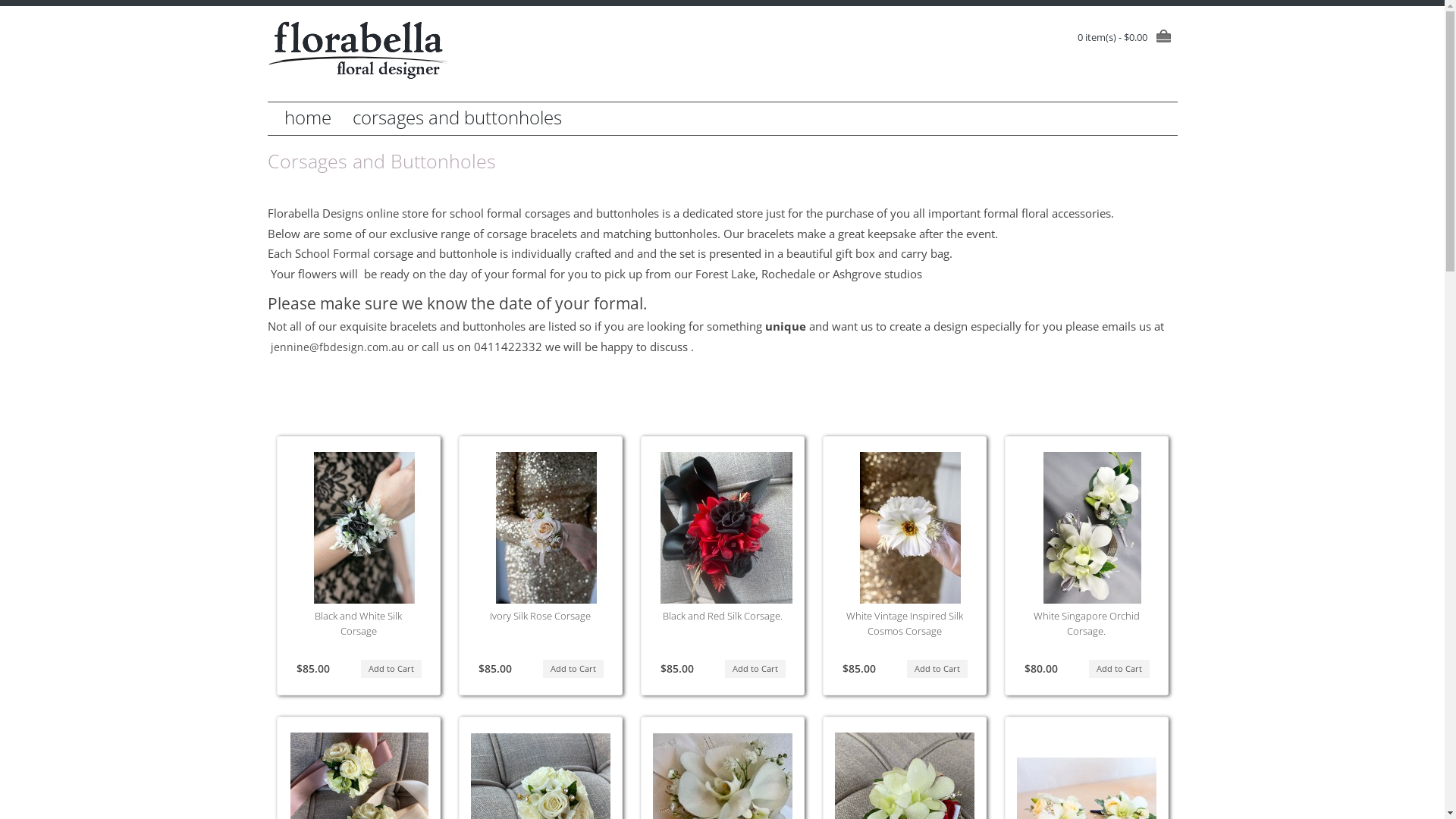  What do you see at coordinates (313, 623) in the screenshot?
I see `'Black and White Silk Corsage'` at bounding box center [313, 623].